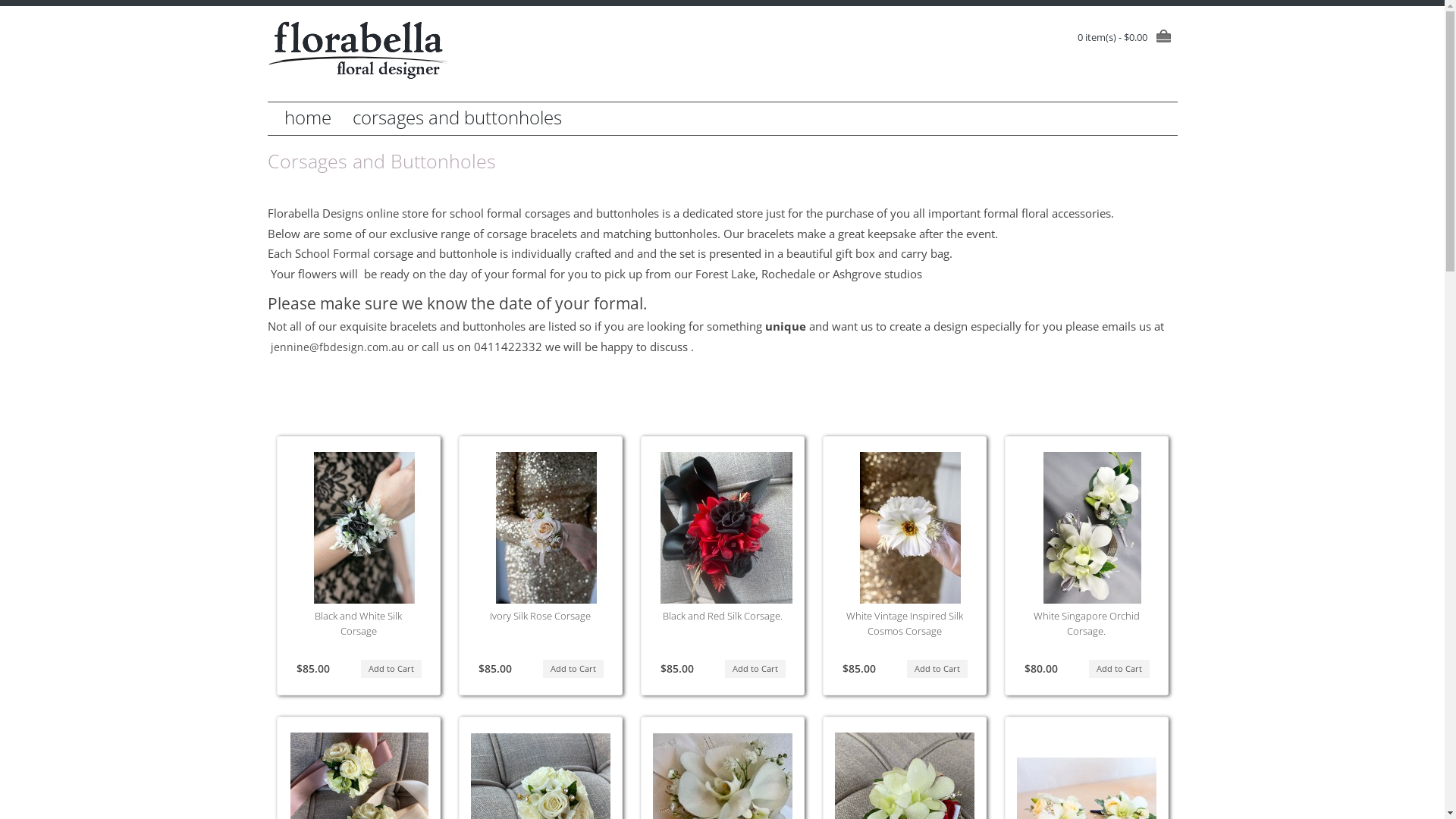  What do you see at coordinates (313, 623) in the screenshot?
I see `'Black and White Silk Corsage'` at bounding box center [313, 623].